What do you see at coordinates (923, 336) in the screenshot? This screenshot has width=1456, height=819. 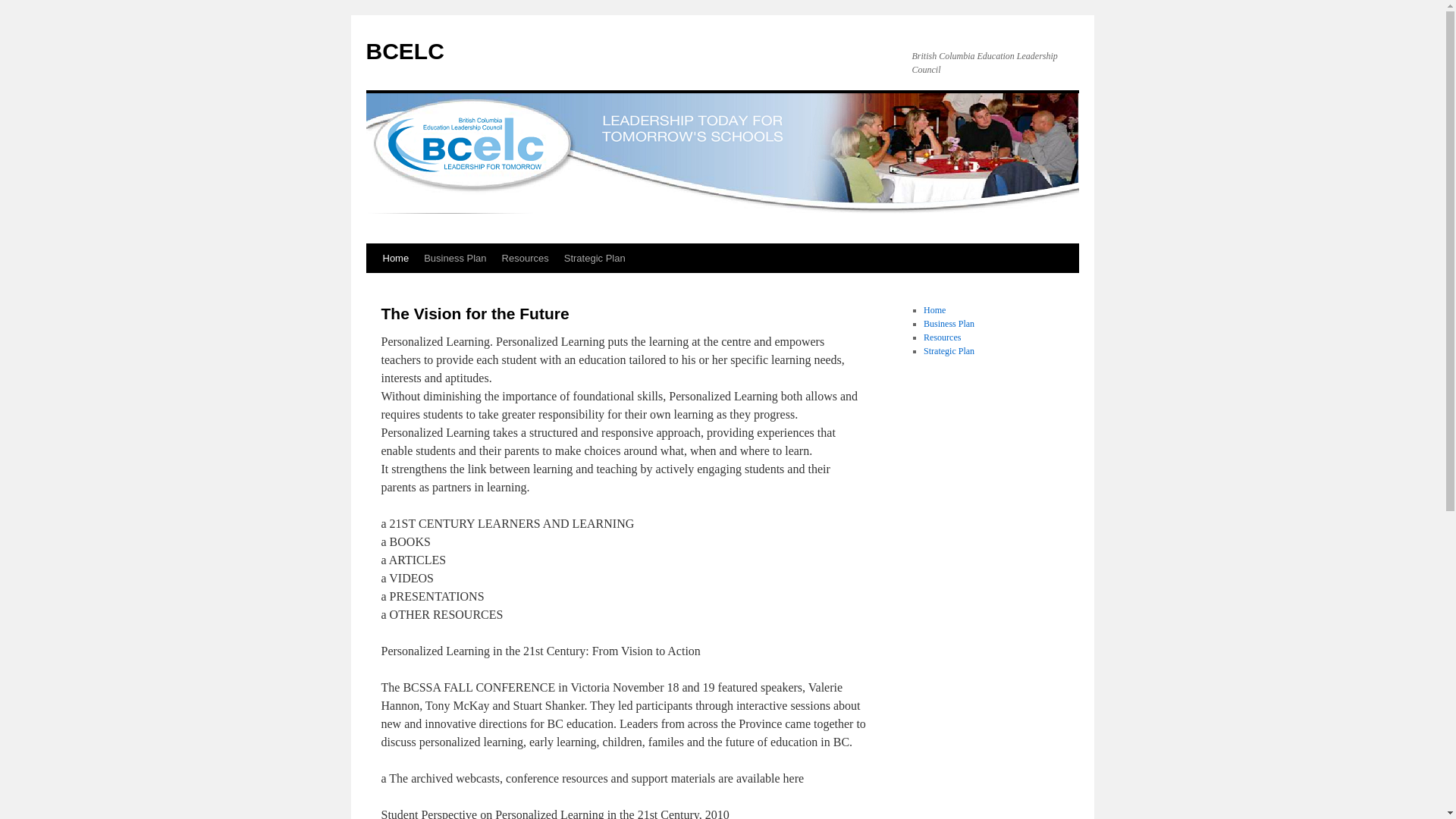 I see `'Resources'` at bounding box center [923, 336].